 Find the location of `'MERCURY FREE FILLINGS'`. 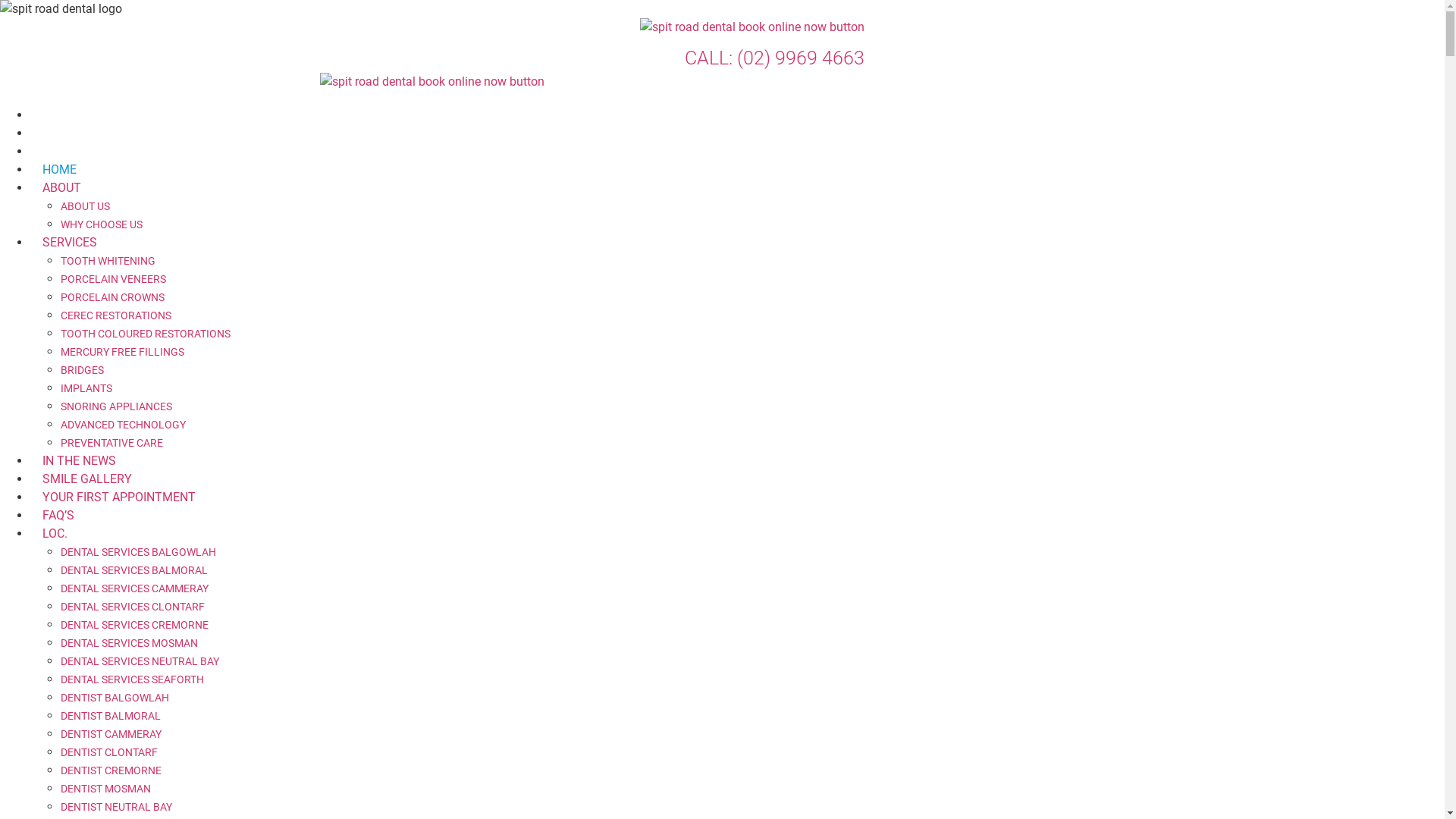

'MERCURY FREE FILLINGS' is located at coordinates (122, 351).